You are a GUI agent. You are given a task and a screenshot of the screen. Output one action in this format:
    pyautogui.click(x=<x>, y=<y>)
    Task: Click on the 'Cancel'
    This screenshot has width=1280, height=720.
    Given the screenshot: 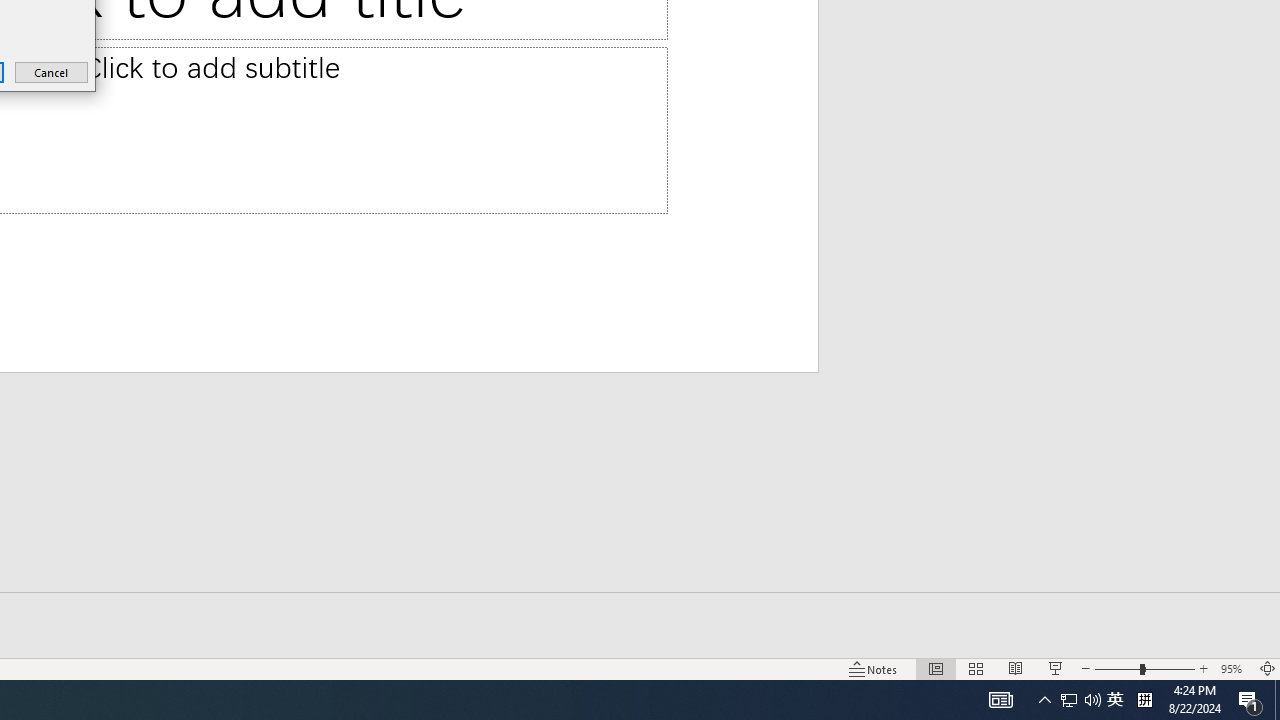 What is the action you would take?
    pyautogui.click(x=51, y=71)
    